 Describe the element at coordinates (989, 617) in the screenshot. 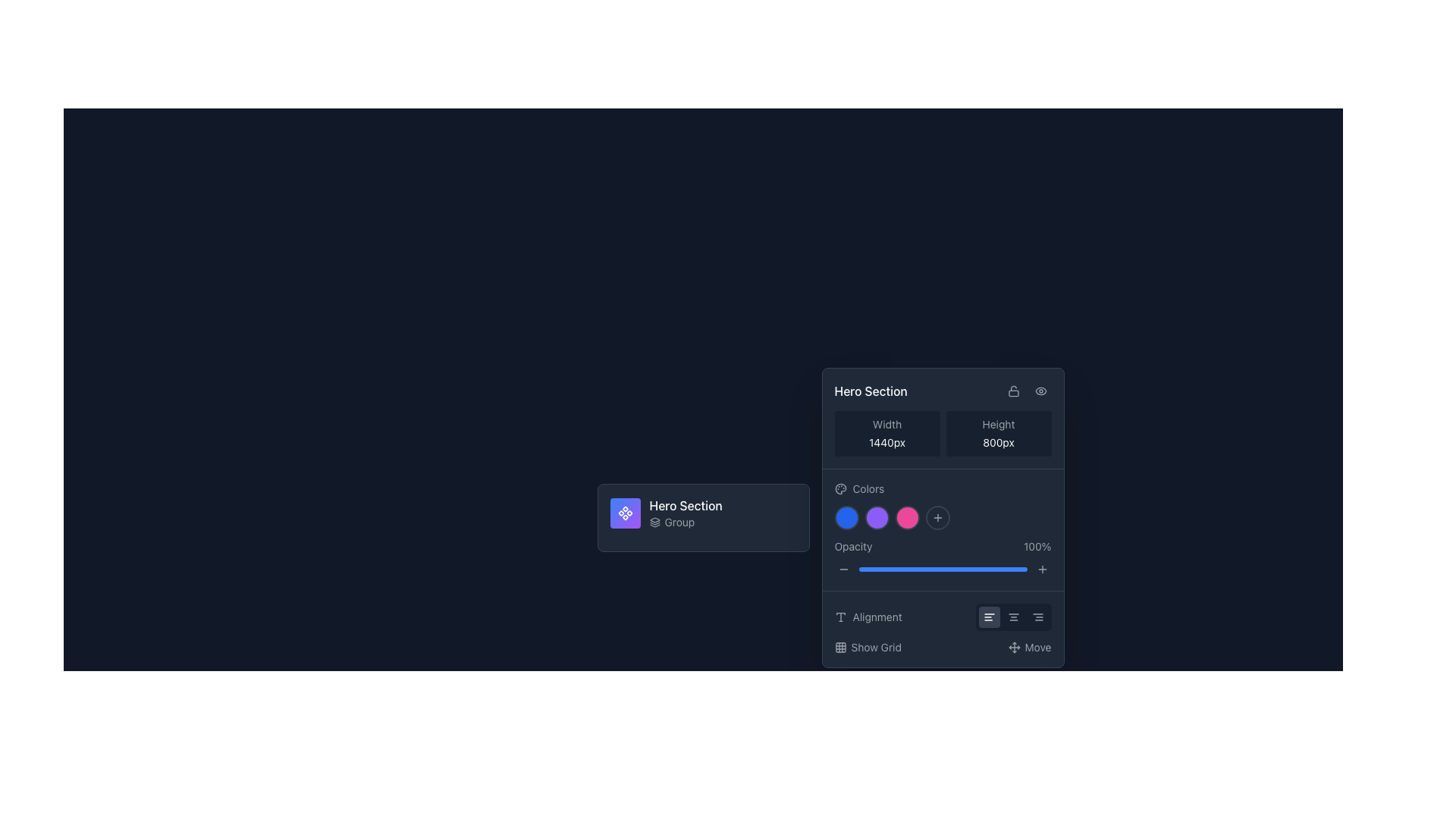

I see `the first button in the horizontal row of alignment options within the 'Hero Section' settings panel to set the text alignment to left-aligned` at that location.